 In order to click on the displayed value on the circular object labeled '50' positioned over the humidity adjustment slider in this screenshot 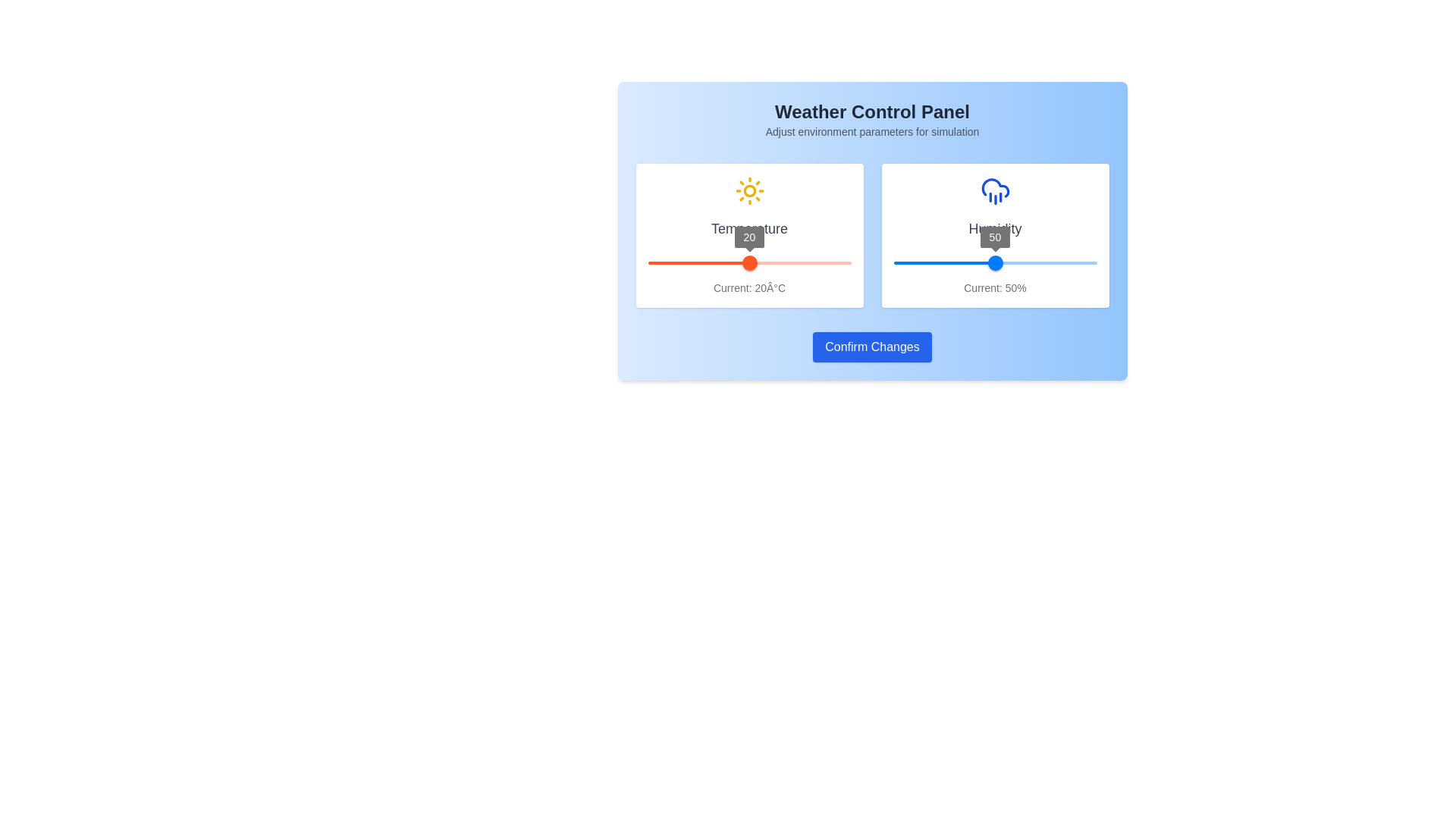, I will do `click(995, 237)`.